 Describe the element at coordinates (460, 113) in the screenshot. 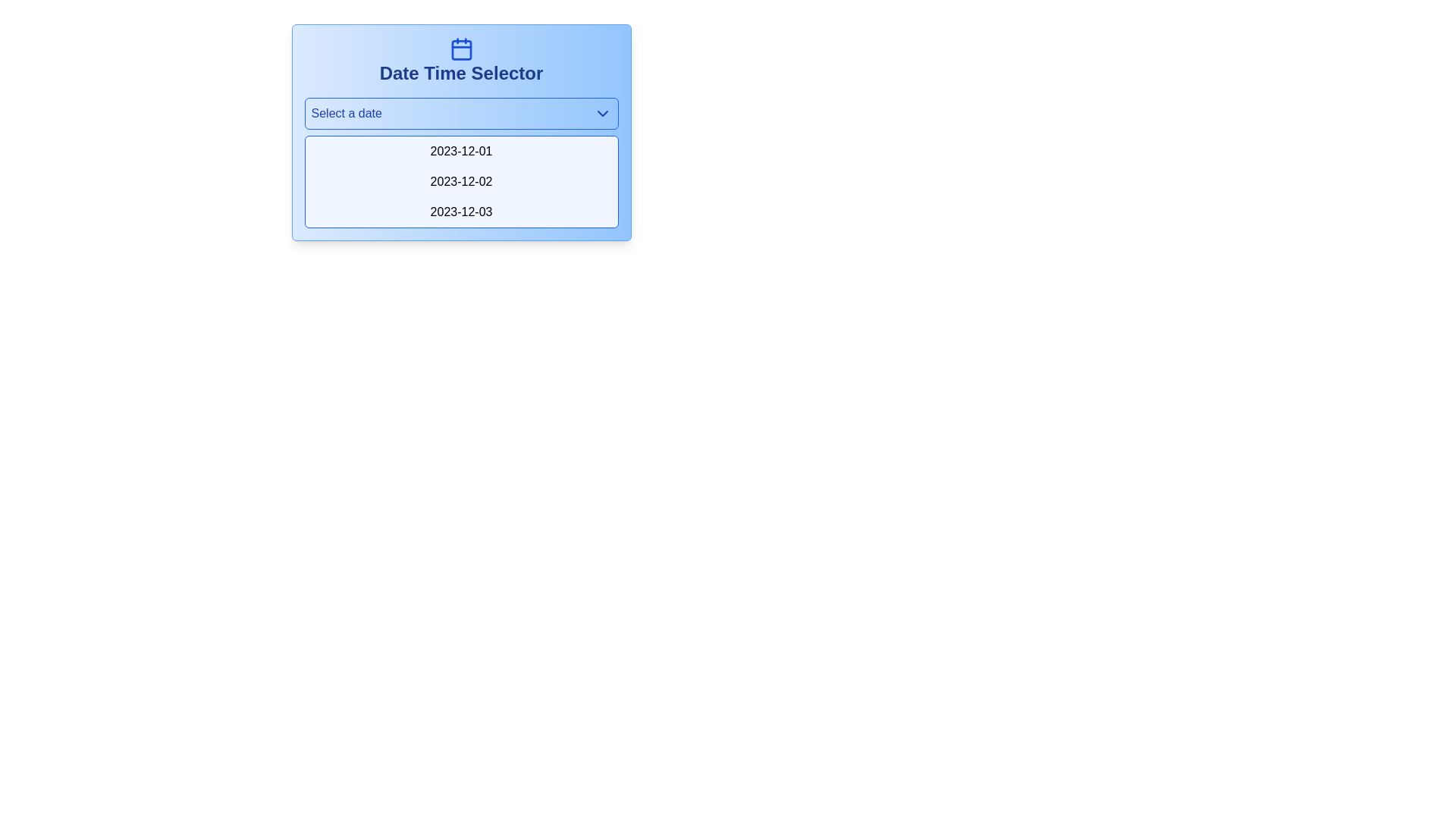

I see `the dropdown menu for selecting a date by clicking it` at that location.